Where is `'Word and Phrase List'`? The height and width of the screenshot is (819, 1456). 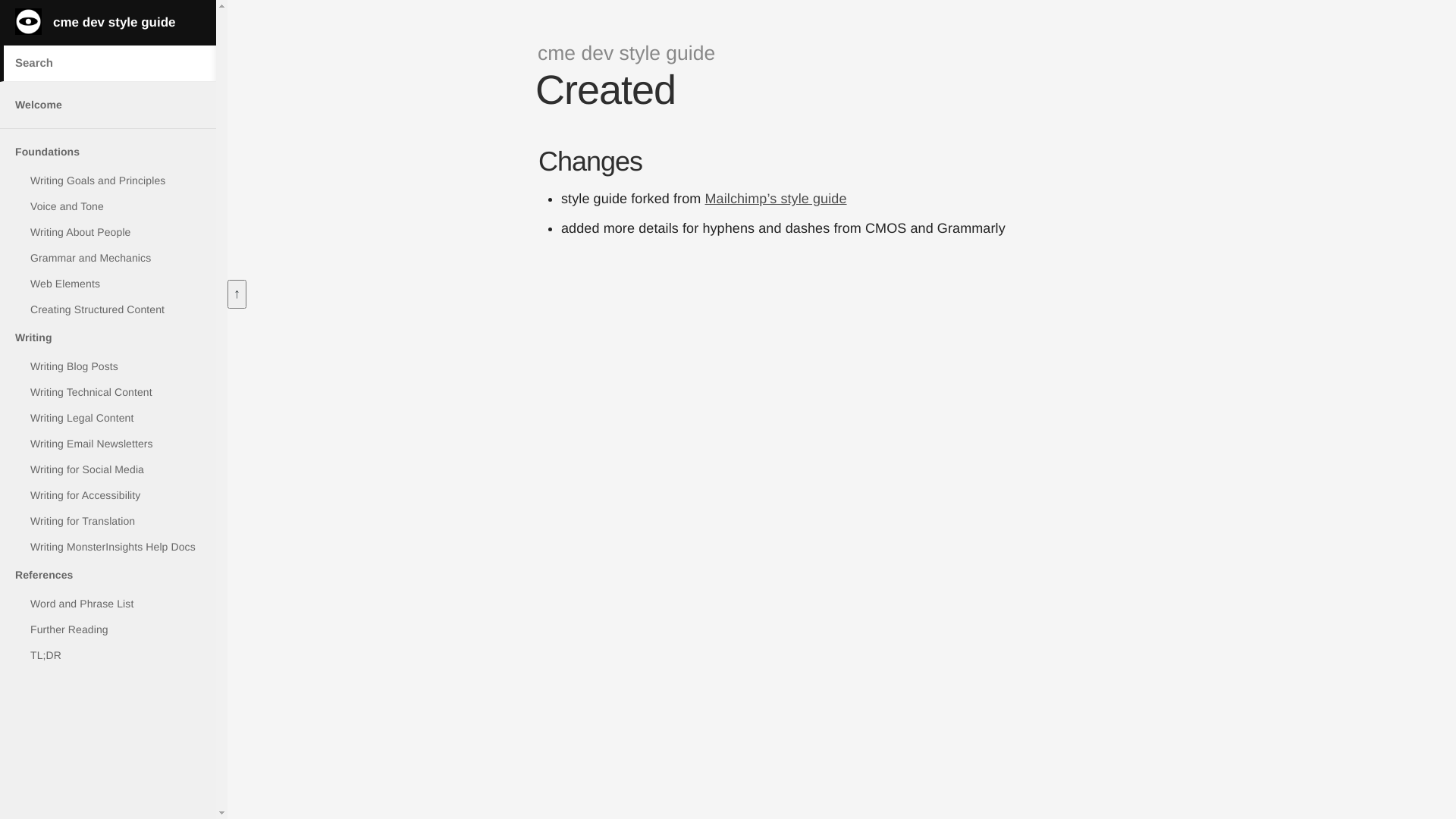
'Word and Phrase List' is located at coordinates (107, 602).